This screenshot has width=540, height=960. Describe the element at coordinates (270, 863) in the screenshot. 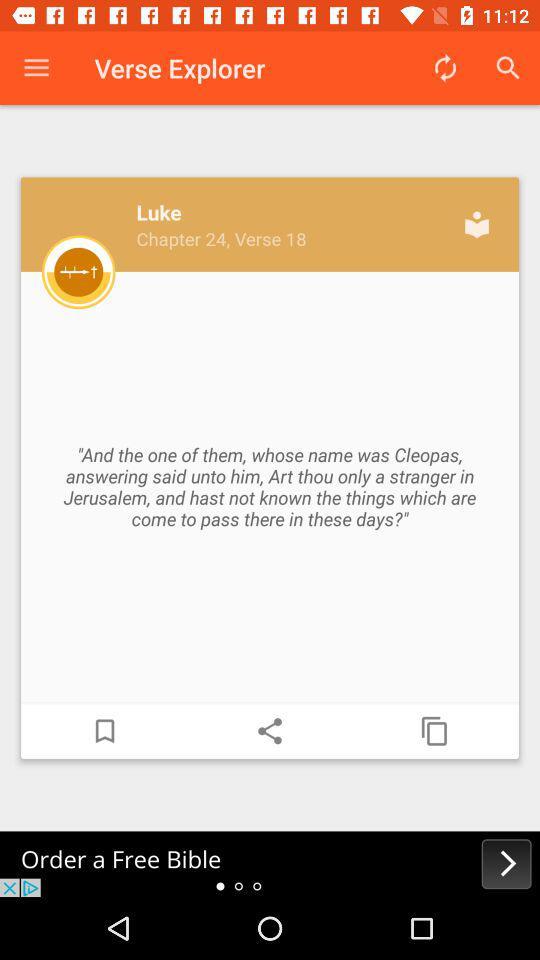

I see `order a free bible` at that location.